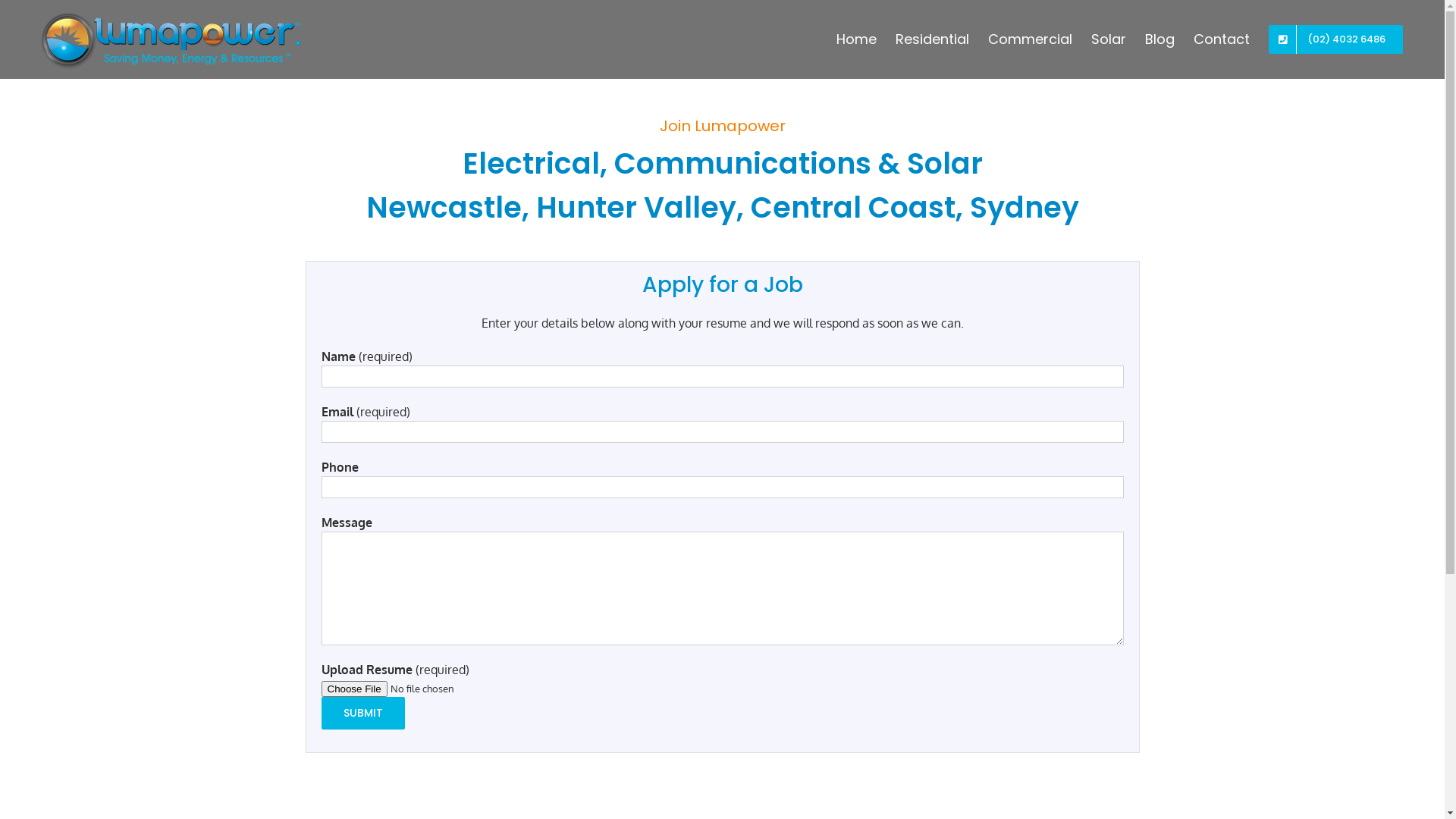 This screenshot has height=819, width=1456. I want to click on 'Commercial', so click(1030, 38).